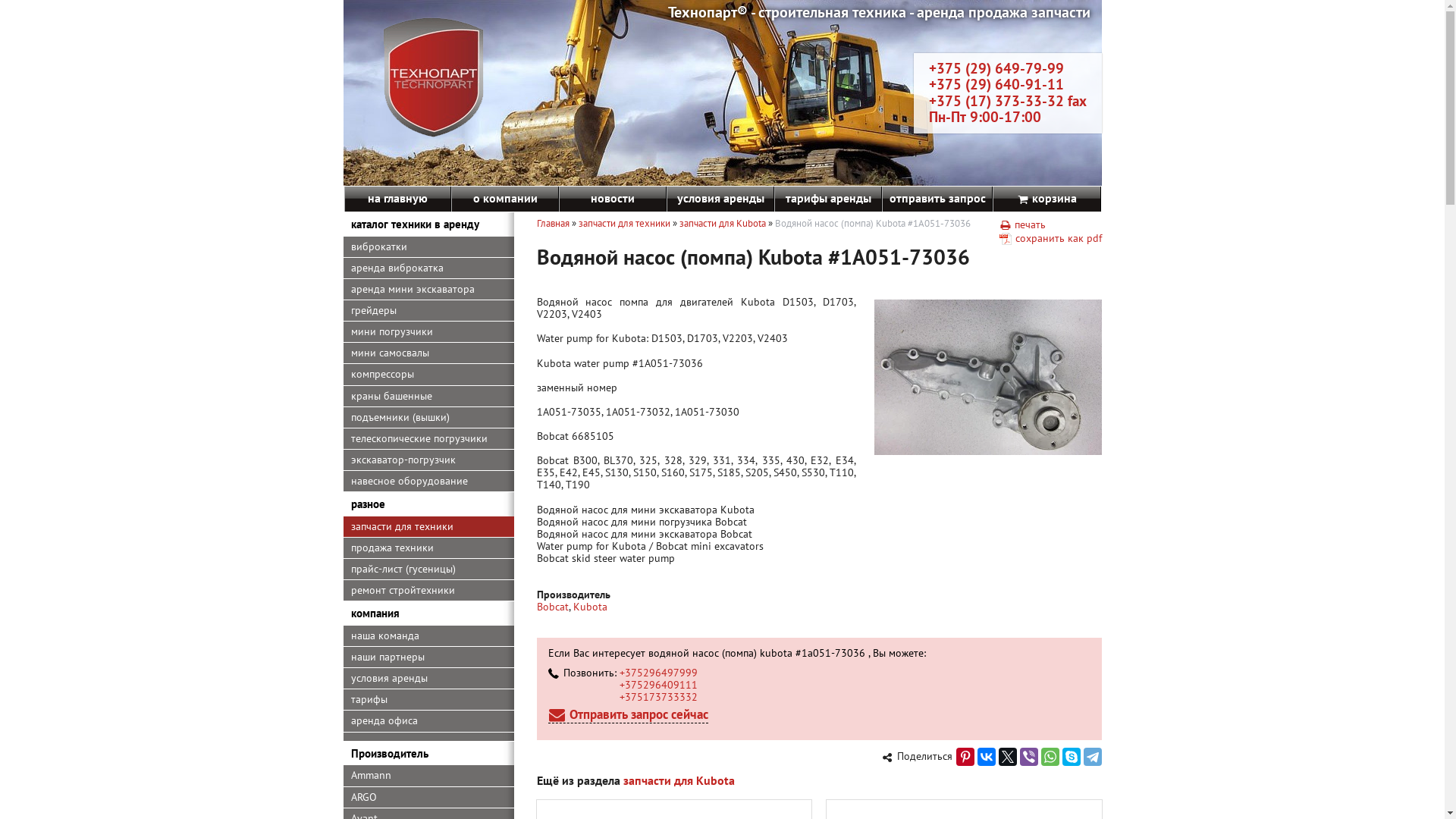 This screenshot has height=819, width=1456. I want to click on '+375 (17) 373-33-32 fax', so click(1007, 100).